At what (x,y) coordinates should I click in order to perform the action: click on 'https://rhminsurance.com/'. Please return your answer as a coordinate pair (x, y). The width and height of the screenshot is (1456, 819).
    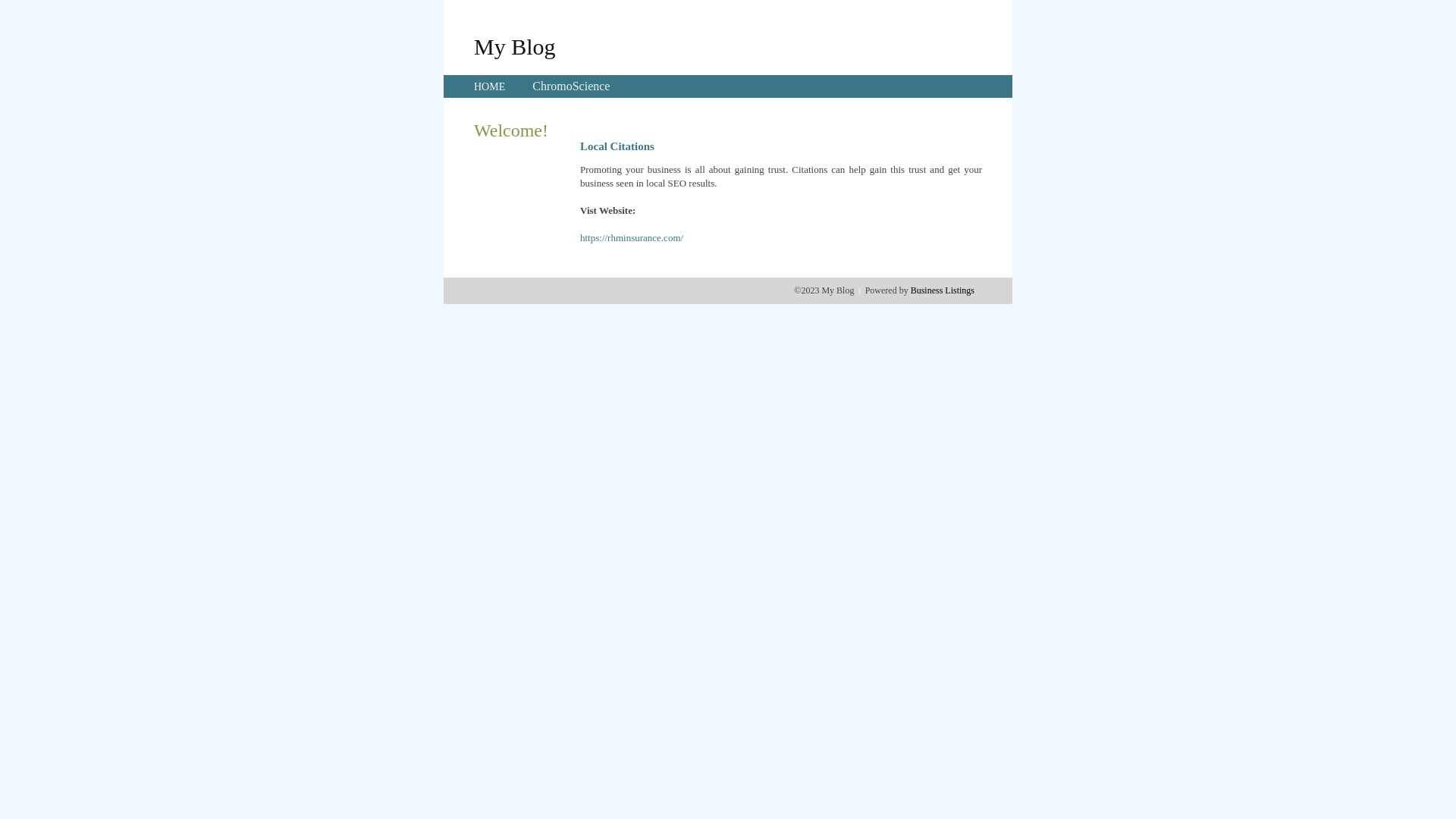
    Looking at the image, I should click on (632, 237).